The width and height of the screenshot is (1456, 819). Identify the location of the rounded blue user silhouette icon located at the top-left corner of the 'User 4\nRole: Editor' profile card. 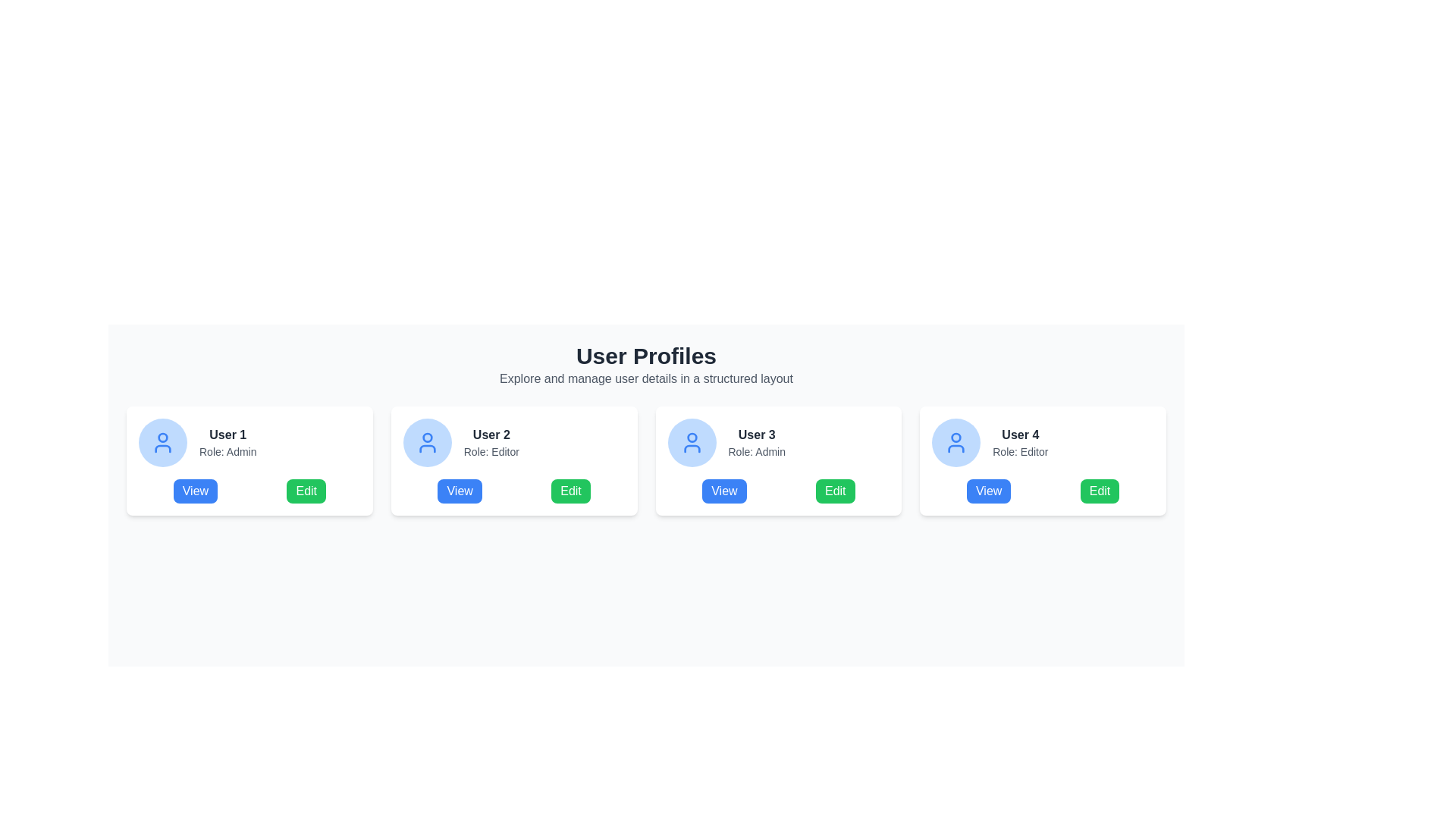
(955, 442).